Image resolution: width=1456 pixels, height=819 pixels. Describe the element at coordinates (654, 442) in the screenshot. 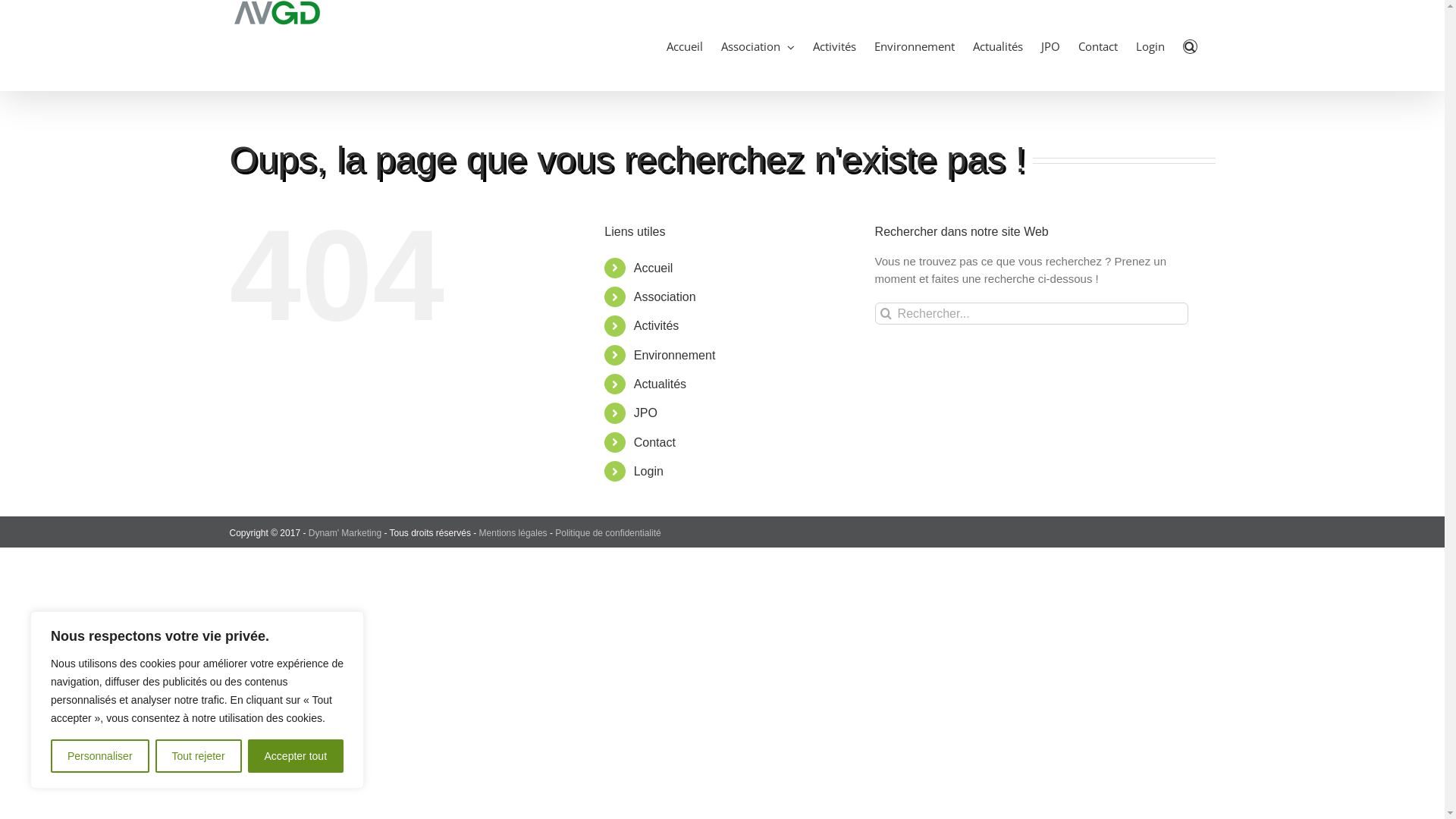

I see `'Contact'` at that location.